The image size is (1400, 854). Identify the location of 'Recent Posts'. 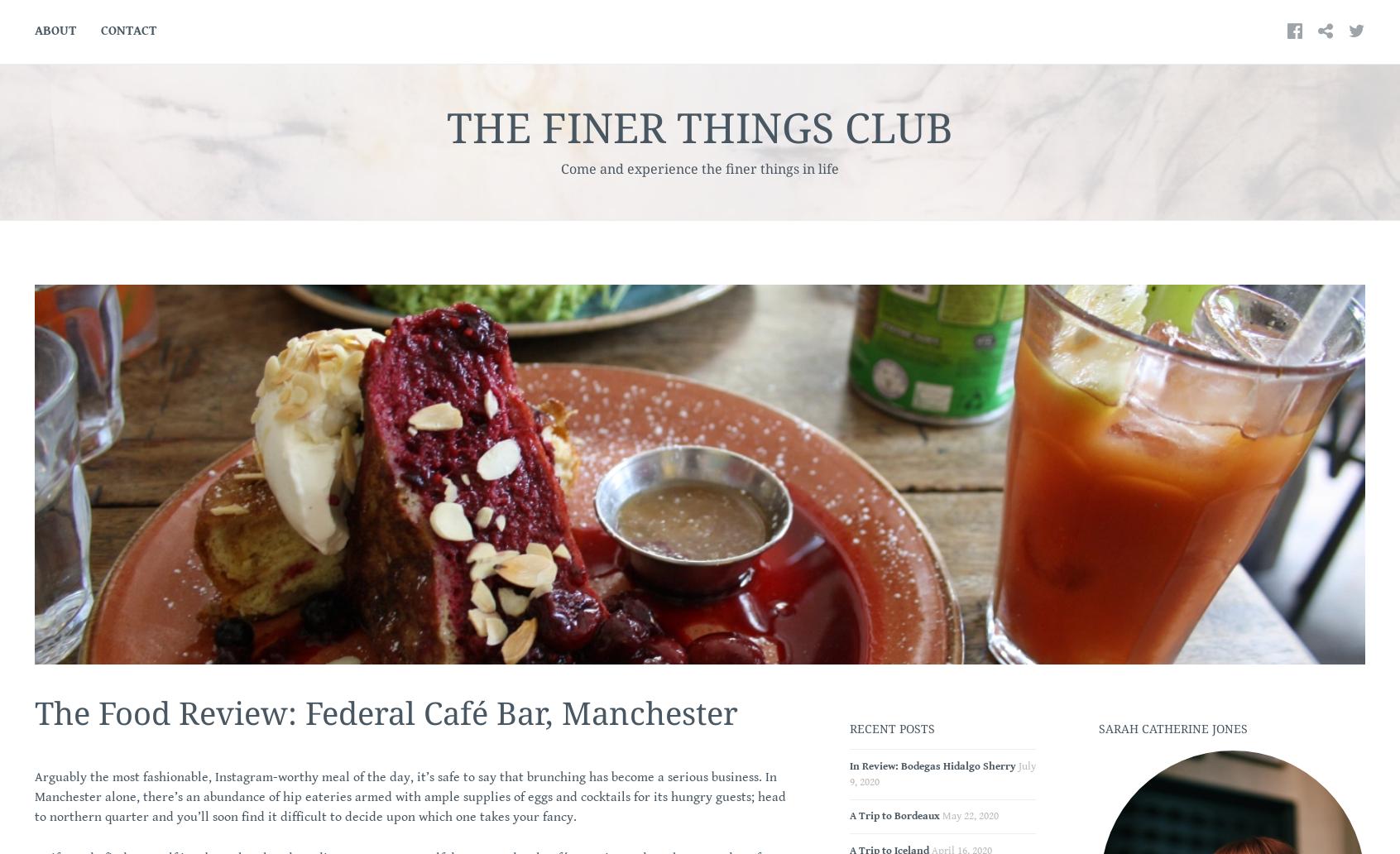
(891, 727).